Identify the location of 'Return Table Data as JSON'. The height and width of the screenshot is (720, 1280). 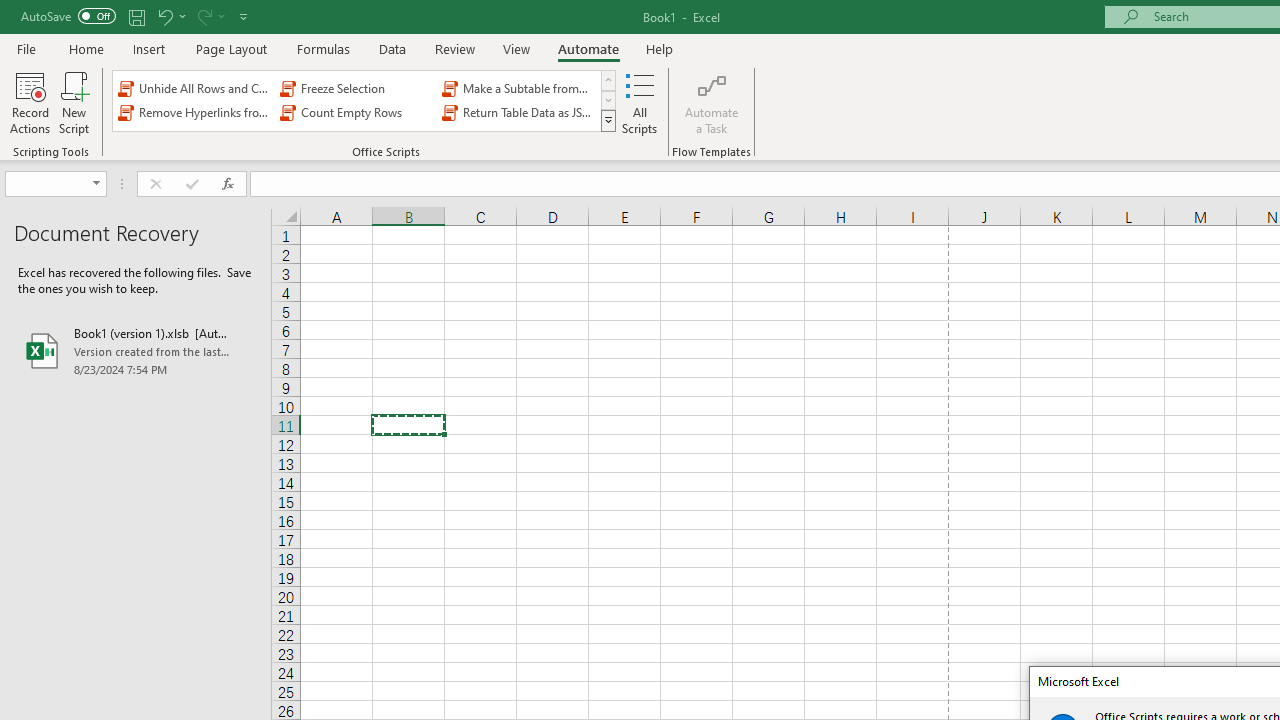
(519, 113).